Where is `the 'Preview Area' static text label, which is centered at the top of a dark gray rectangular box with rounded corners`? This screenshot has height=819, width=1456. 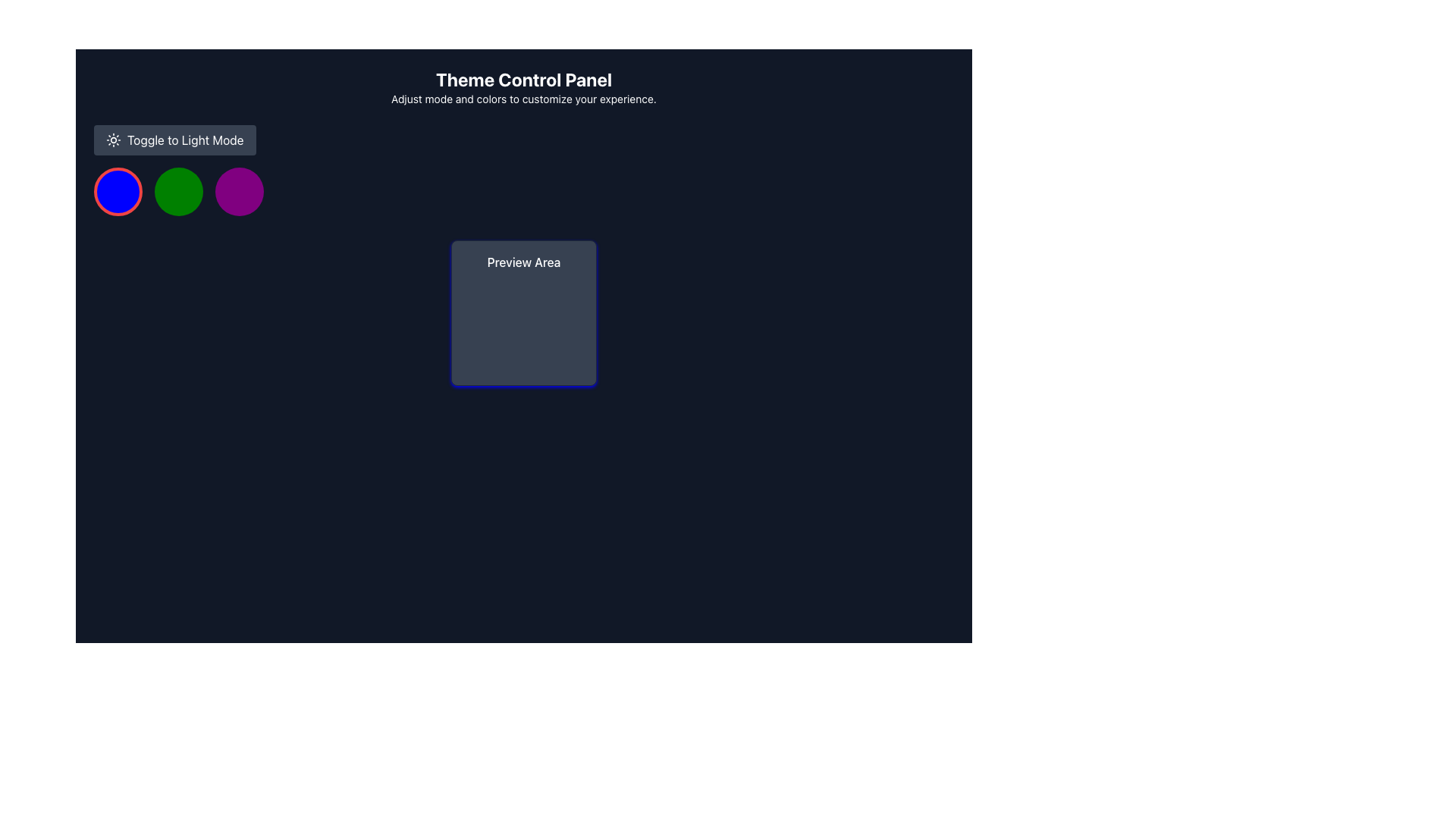
the 'Preview Area' static text label, which is centered at the top of a dark gray rectangular box with rounded corners is located at coordinates (524, 262).